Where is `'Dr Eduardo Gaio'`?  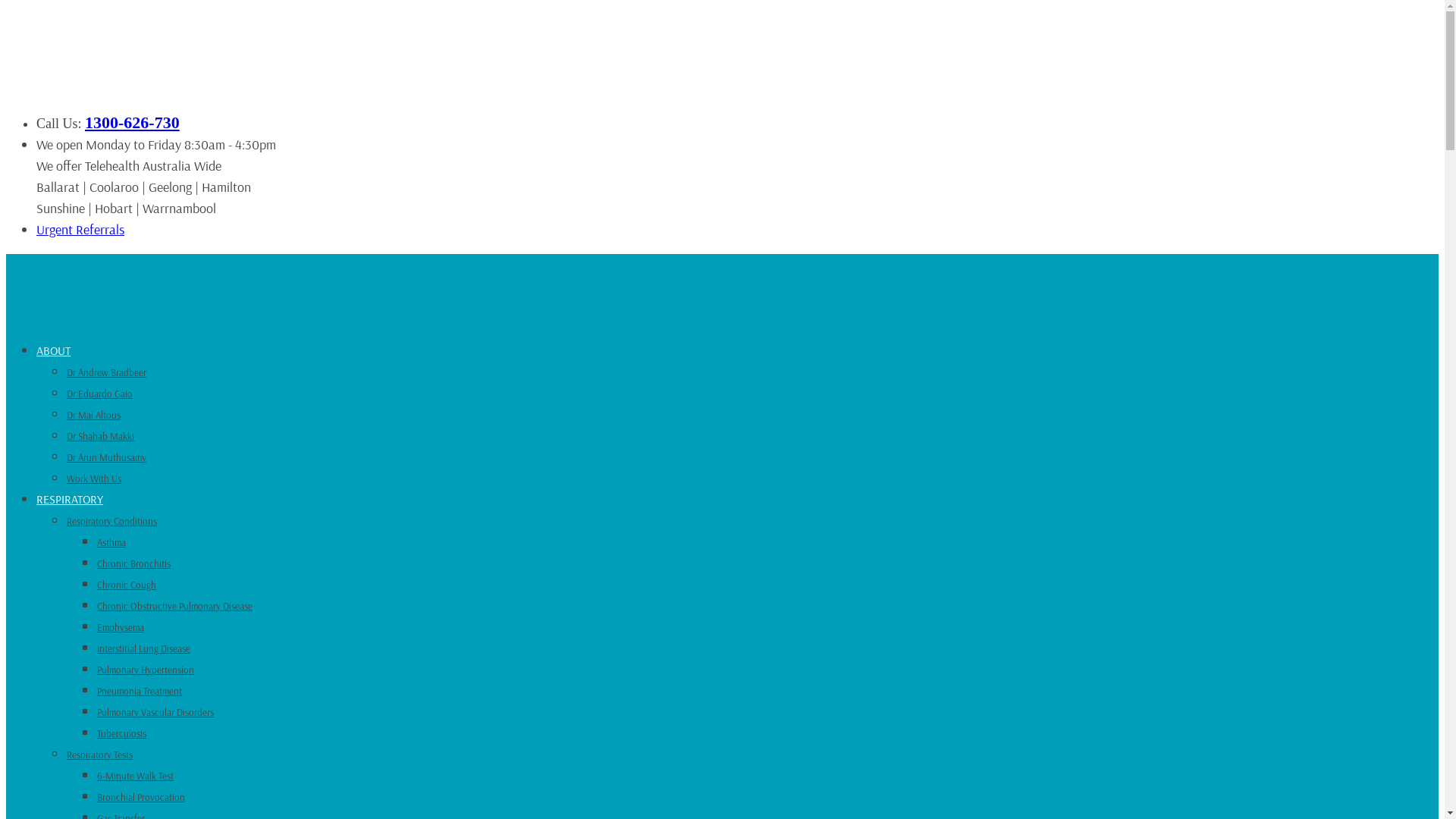
'Dr Eduardo Gaio' is located at coordinates (99, 393).